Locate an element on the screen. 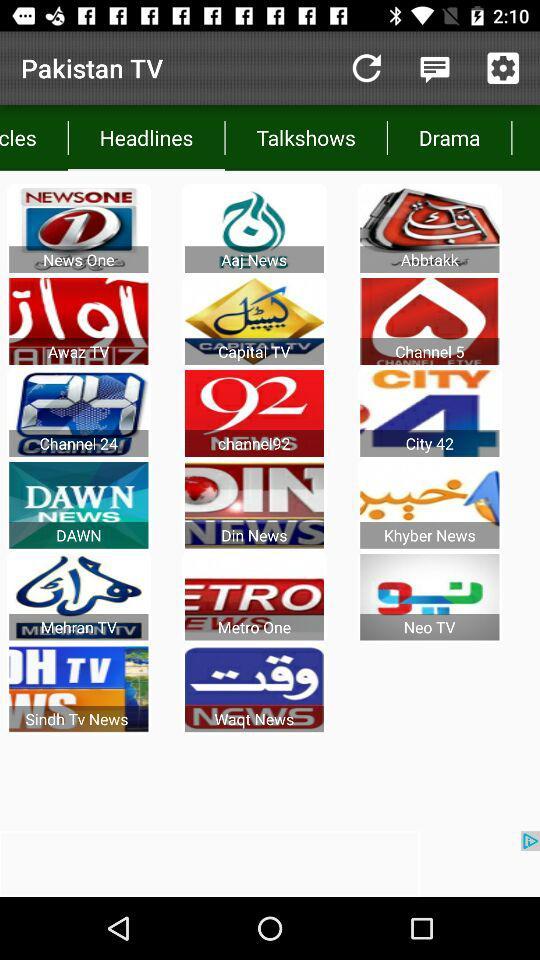 This screenshot has width=540, height=960. todas las noticias del dia is located at coordinates (502, 68).